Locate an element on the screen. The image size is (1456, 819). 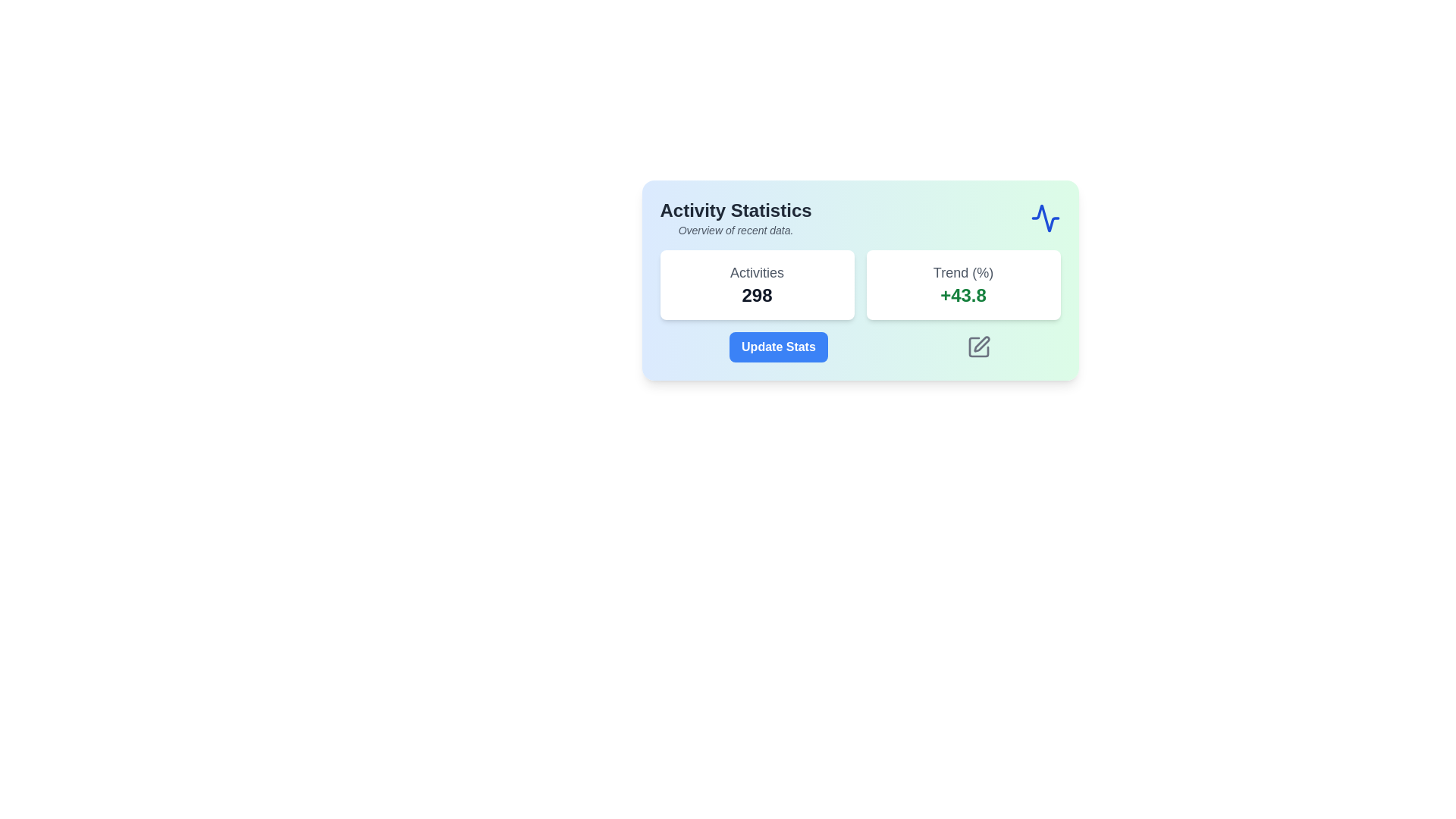
contextual overview text located beneath the 'Activity Statistics' heading, which provides a brief explanation of the statistics presented is located at coordinates (736, 231).